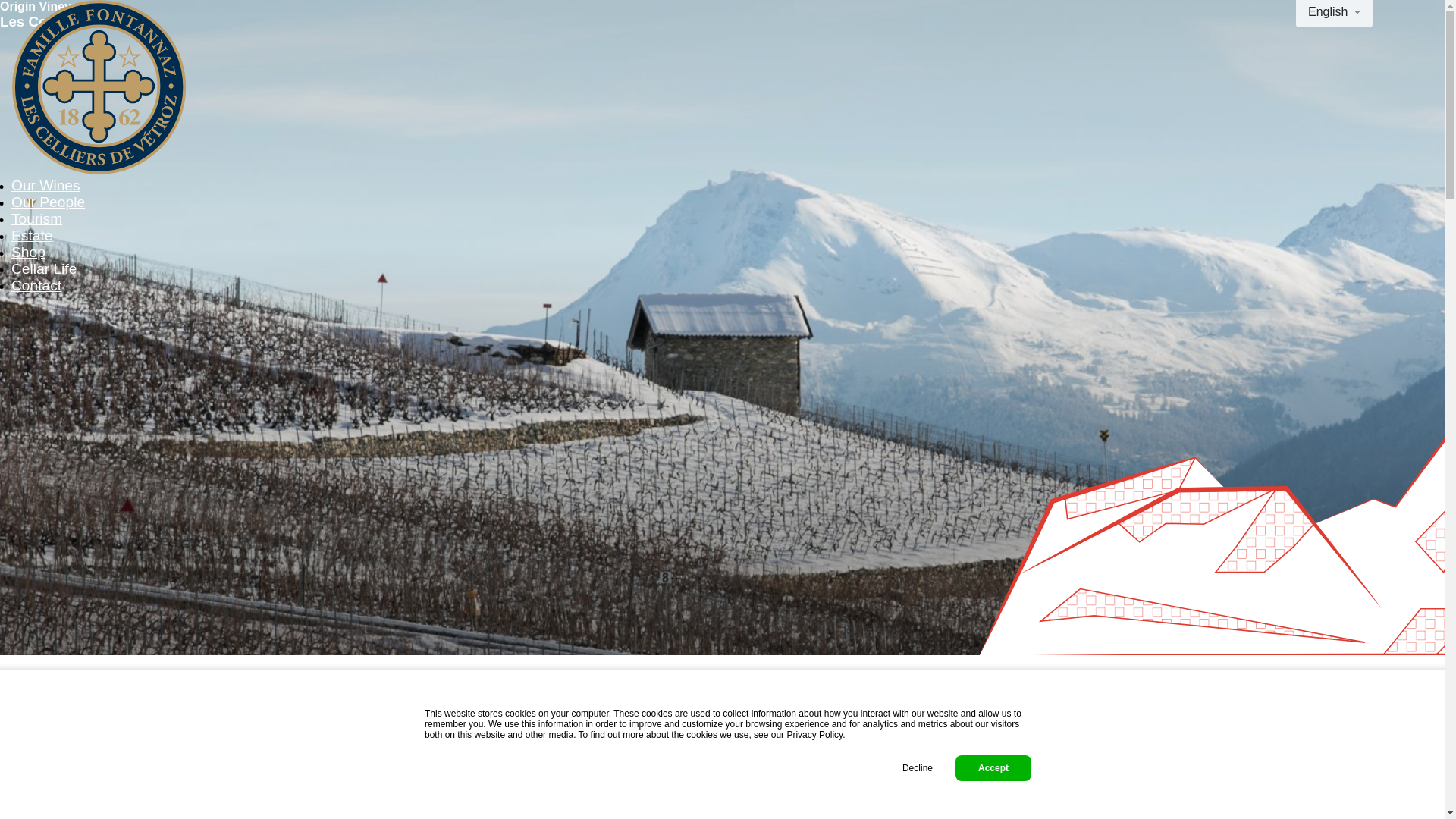 The height and width of the screenshot is (819, 1456). I want to click on 'Privacy Policy', so click(786, 733).